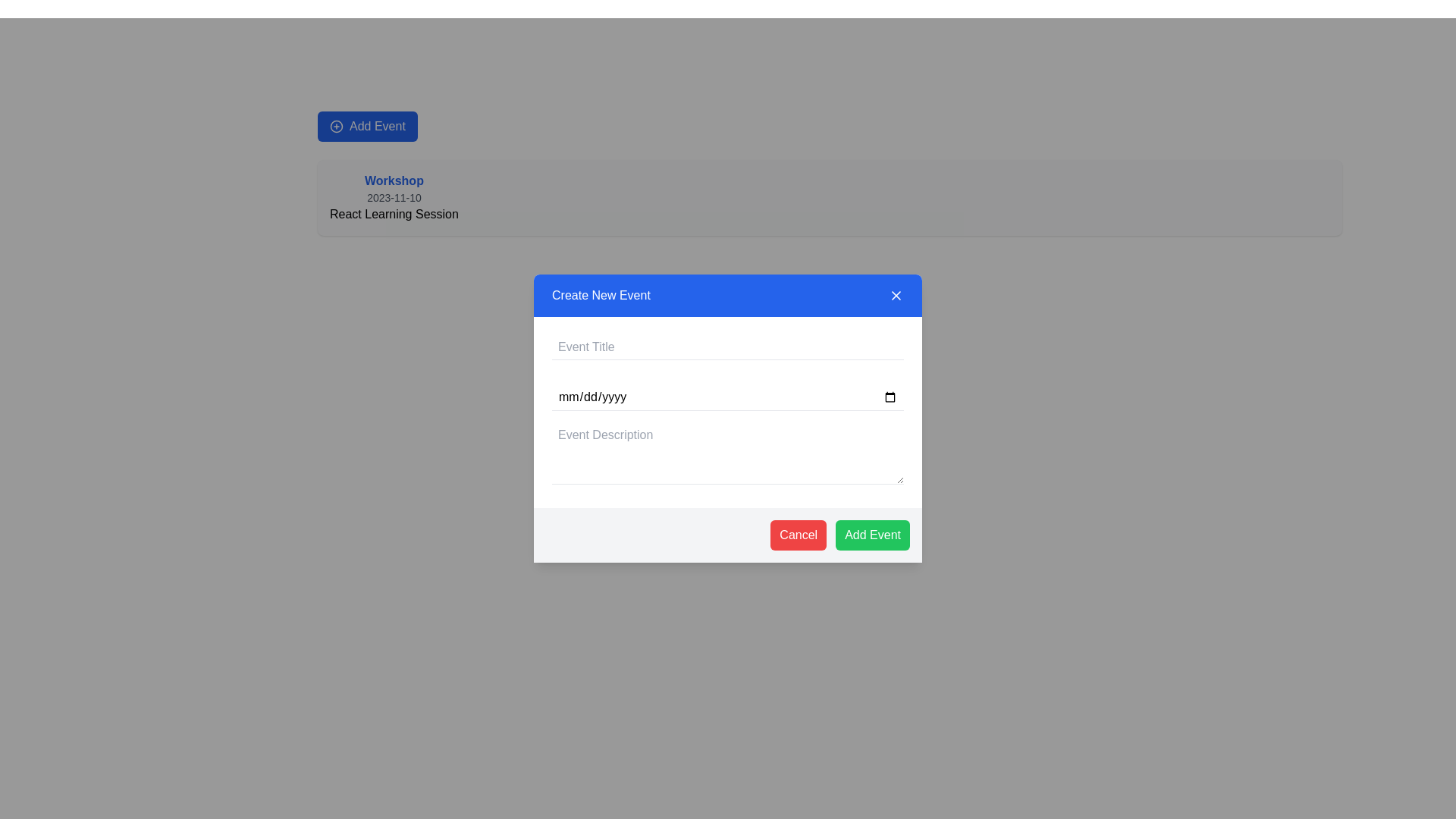 The height and width of the screenshot is (819, 1456). Describe the element at coordinates (394, 197) in the screenshot. I see `the multi-line text block titled 'Workshop' which includes the date '2023-11-10' and the text 'React Learning Session'` at that location.